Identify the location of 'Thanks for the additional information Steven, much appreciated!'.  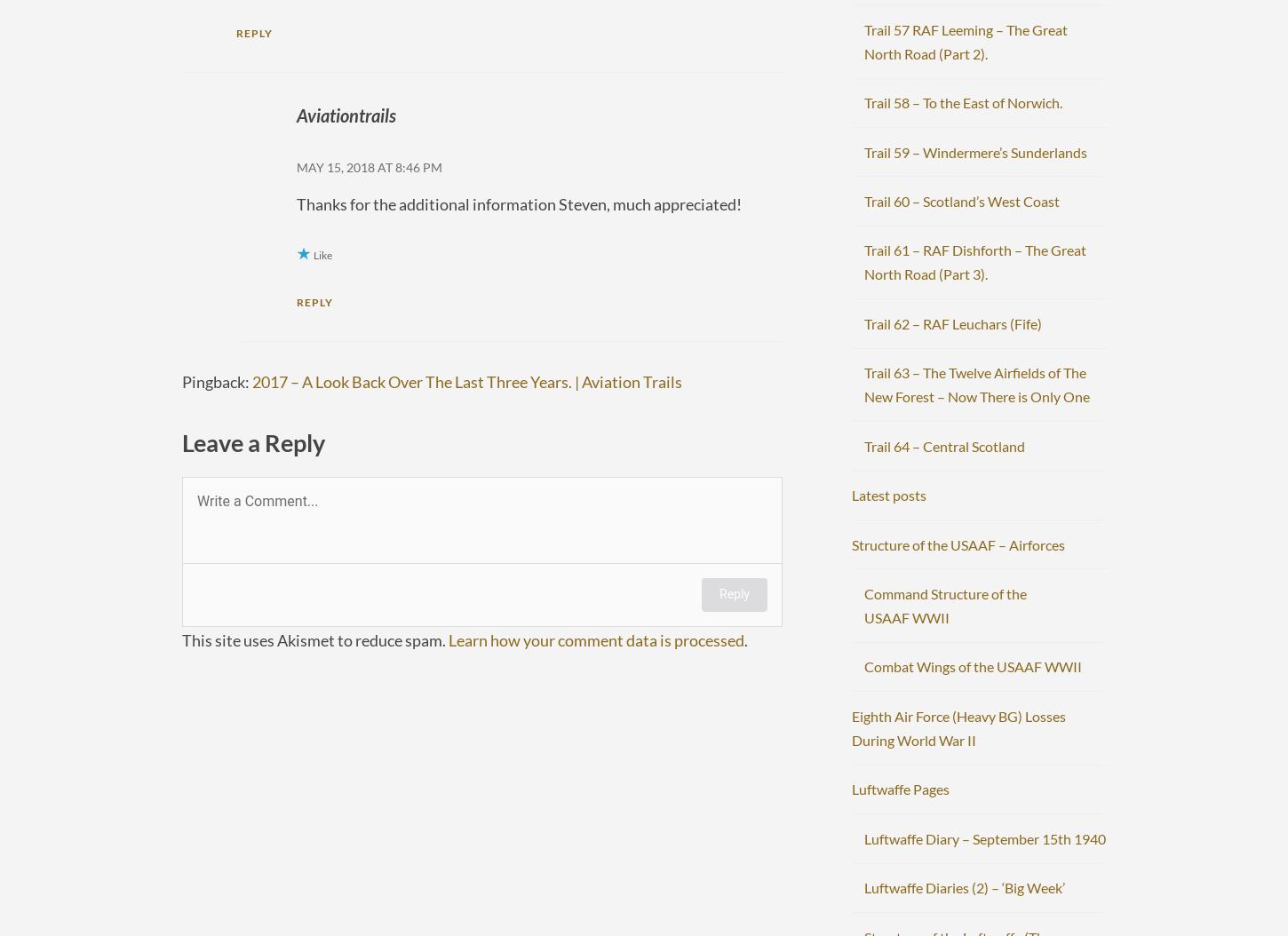
(518, 203).